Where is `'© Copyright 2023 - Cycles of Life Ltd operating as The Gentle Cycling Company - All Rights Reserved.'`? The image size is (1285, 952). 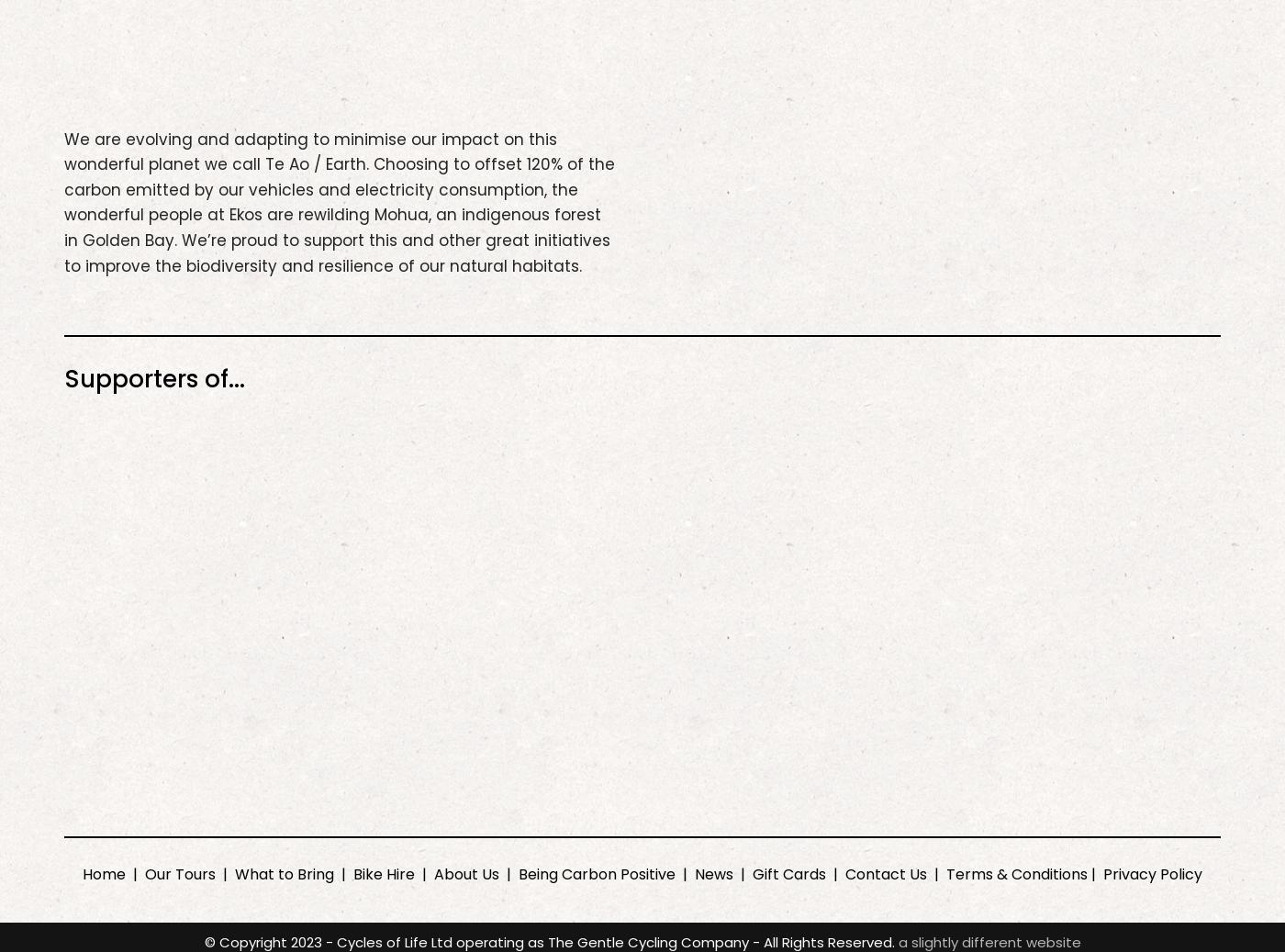 '© Copyright 2023 - Cycles of Life Ltd operating as The Gentle Cycling Company - All Rights Reserved.' is located at coordinates (551, 941).